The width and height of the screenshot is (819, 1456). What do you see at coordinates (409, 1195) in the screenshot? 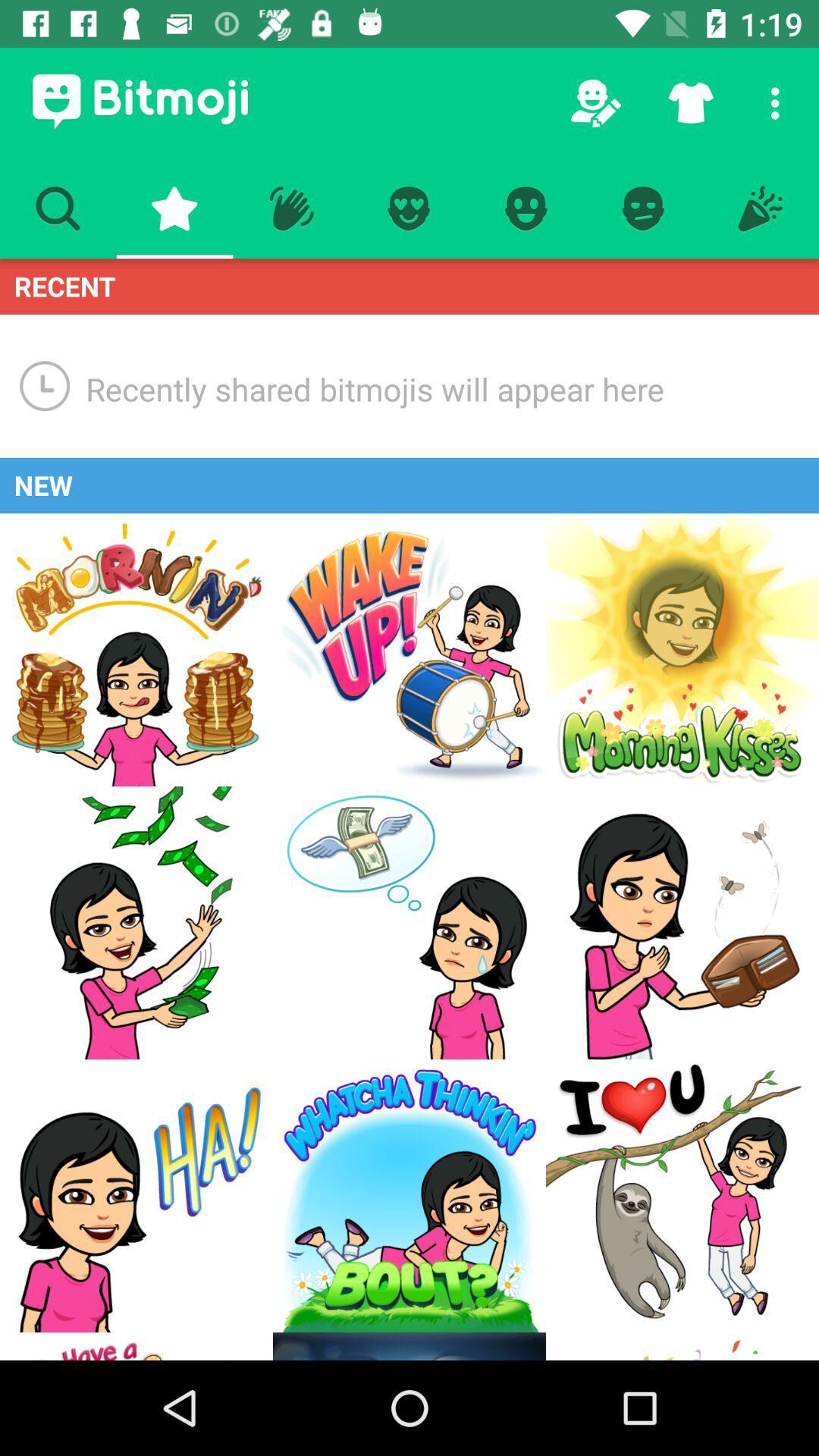
I see `emoji` at bounding box center [409, 1195].